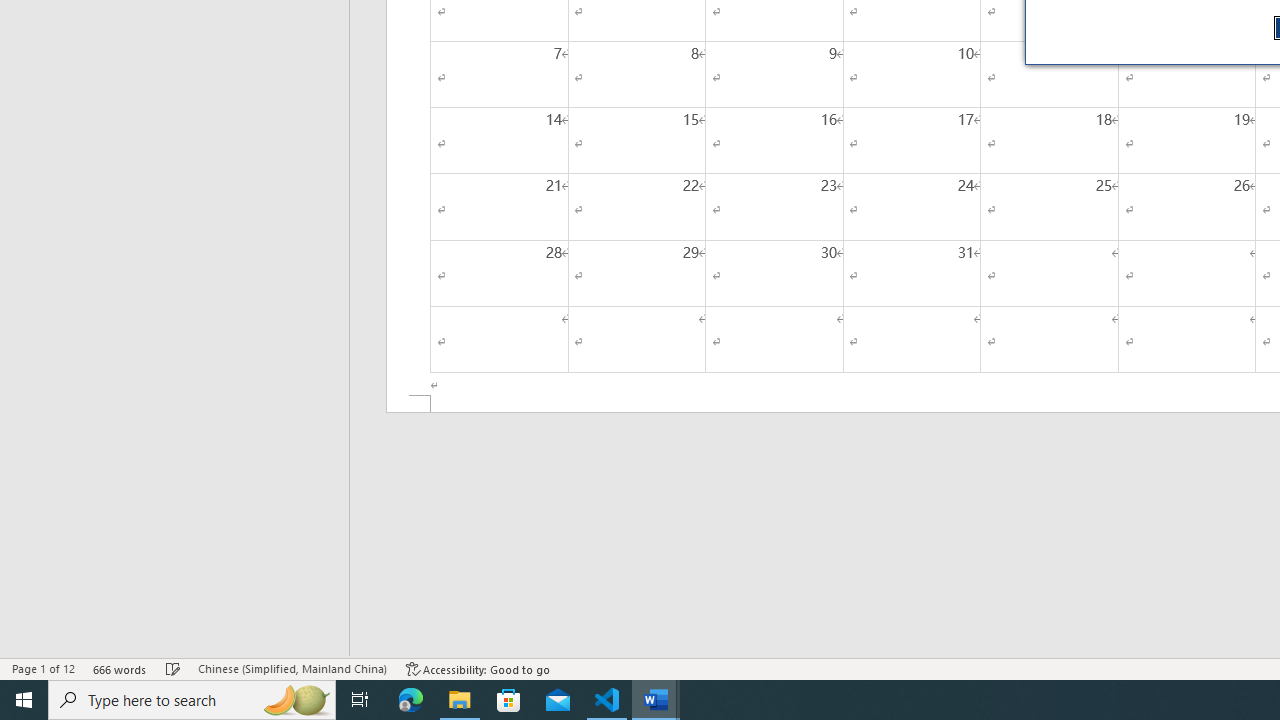 Image resolution: width=1280 pixels, height=720 pixels. What do you see at coordinates (477, 669) in the screenshot?
I see `'Accessibility Checker Accessibility: Good to go'` at bounding box center [477, 669].